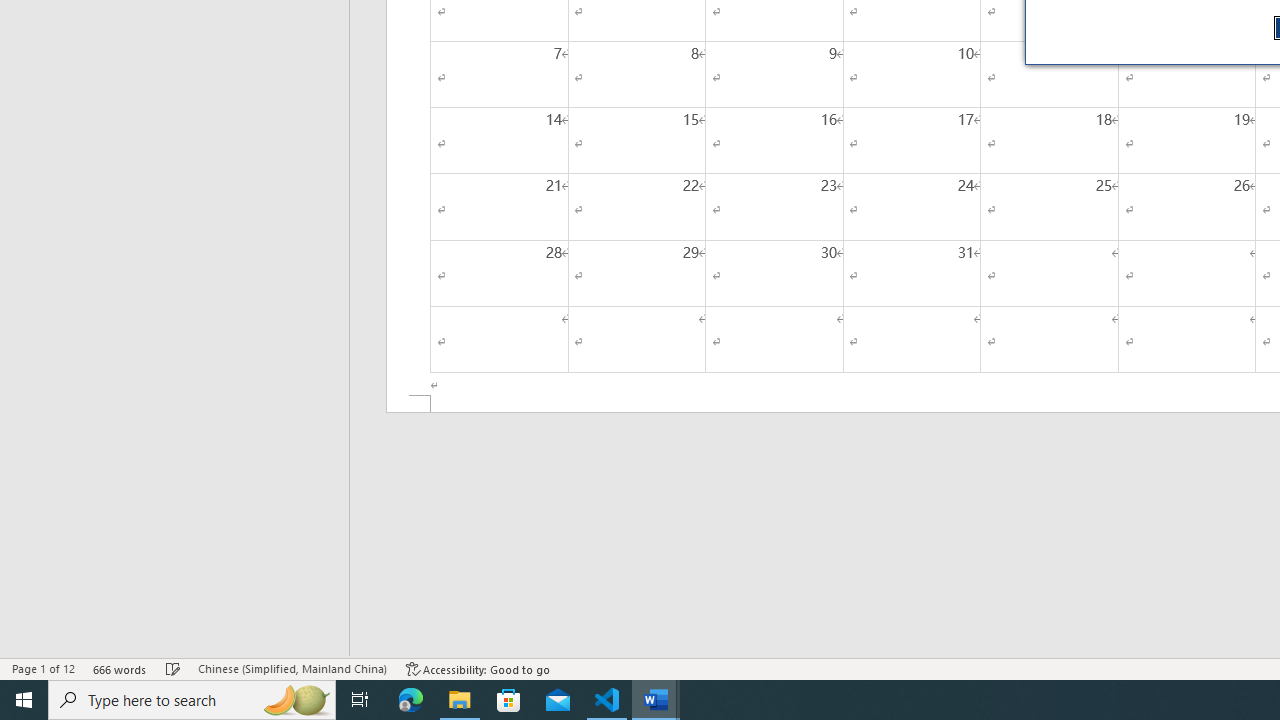 Image resolution: width=1280 pixels, height=720 pixels. What do you see at coordinates (477, 669) in the screenshot?
I see `'Accessibility Checker Accessibility: Good to go'` at bounding box center [477, 669].